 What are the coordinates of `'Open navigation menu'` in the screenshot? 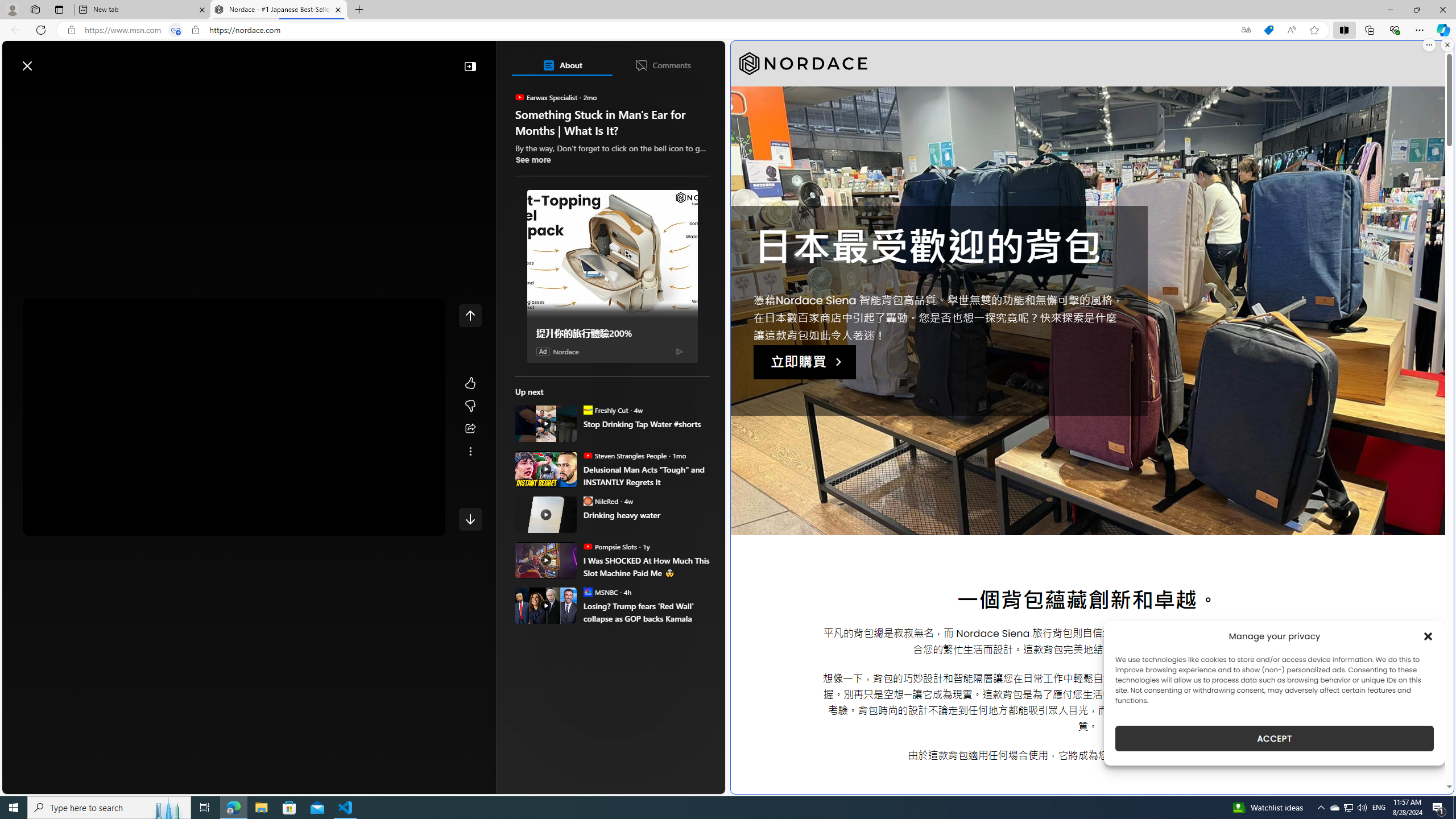 It's located at (16, 92).